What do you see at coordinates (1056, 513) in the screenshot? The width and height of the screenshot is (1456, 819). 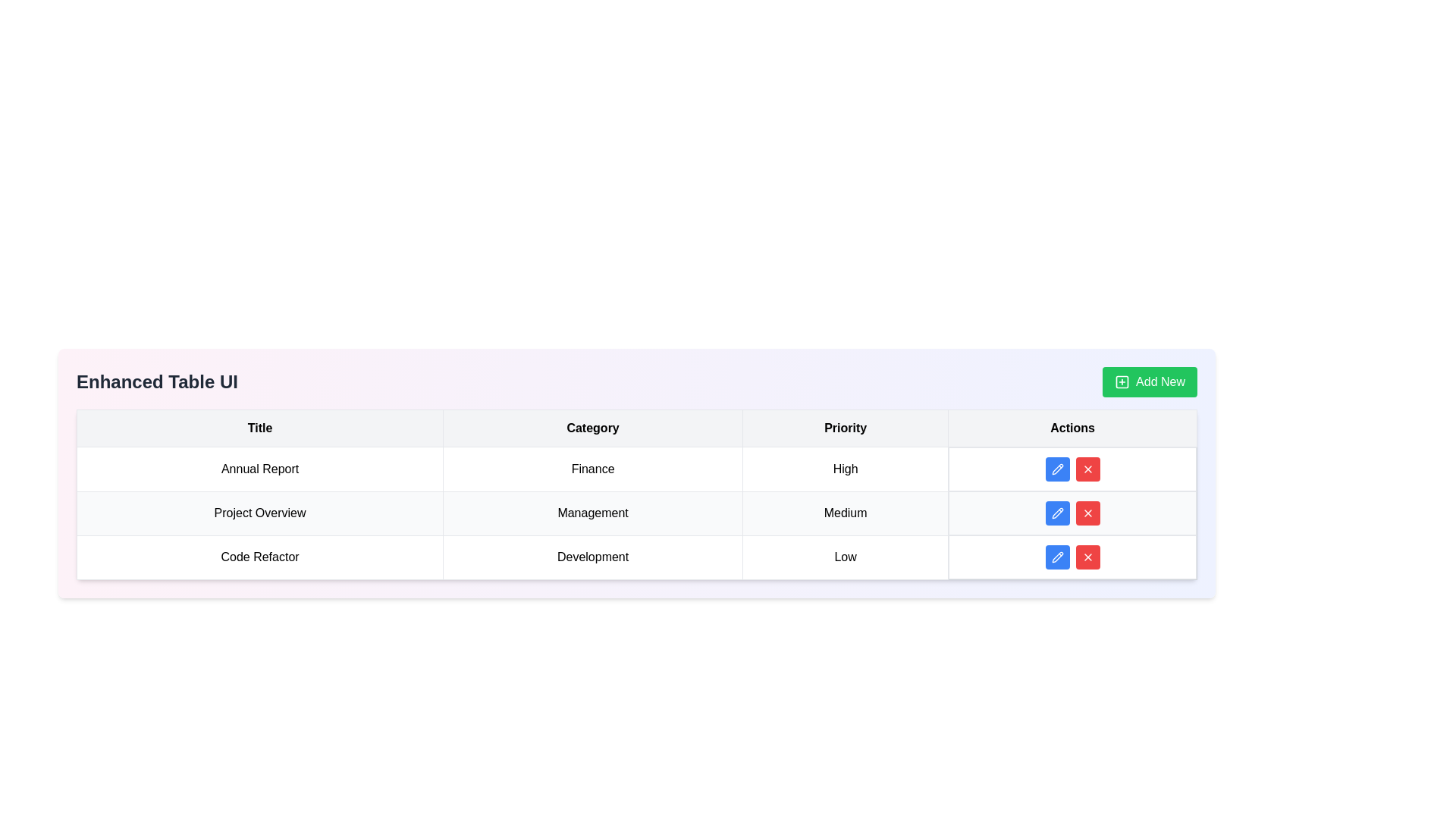 I see `the 'Edit' button` at bounding box center [1056, 513].